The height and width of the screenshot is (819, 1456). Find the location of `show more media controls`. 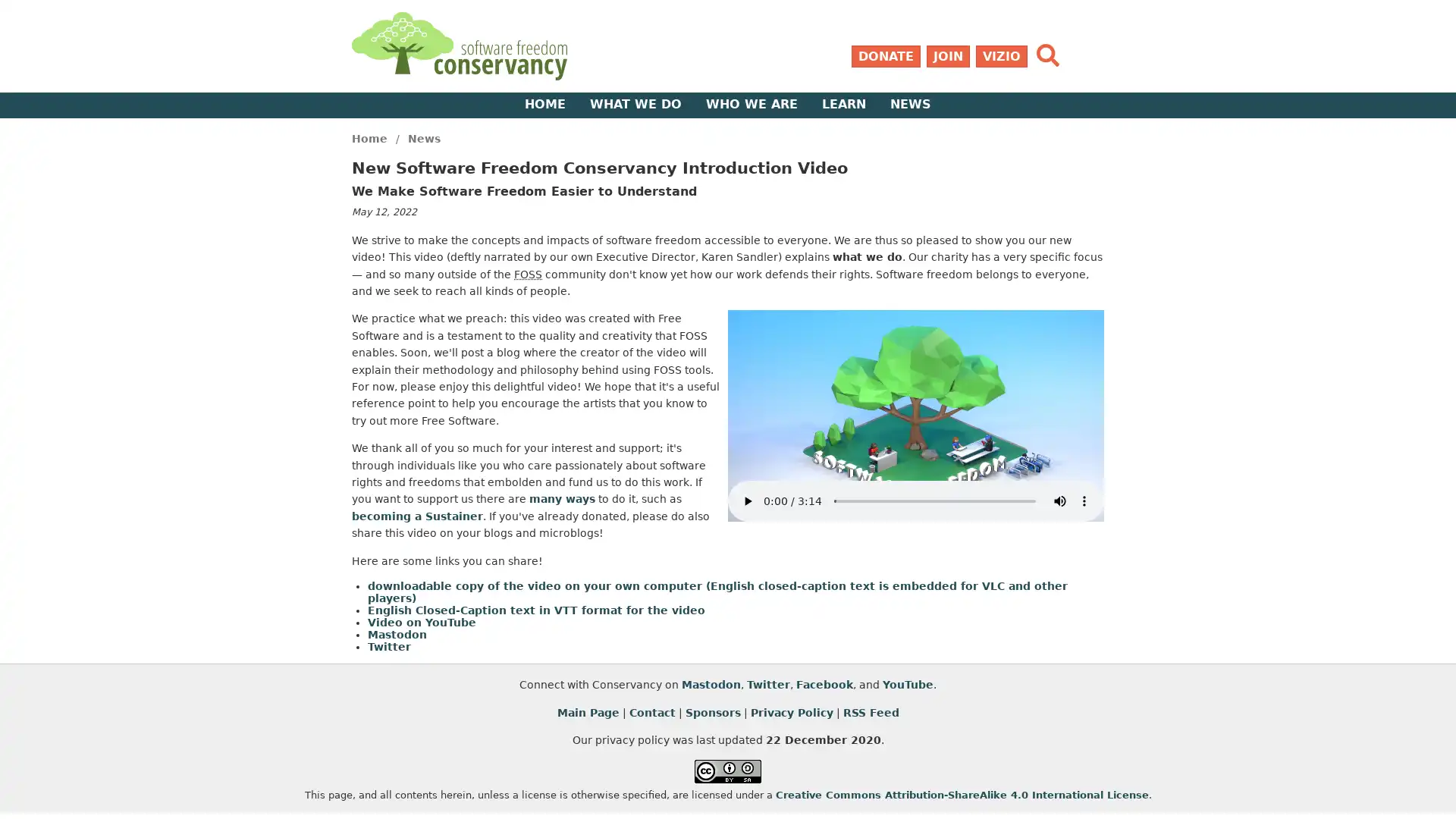

show more media controls is located at coordinates (1084, 500).